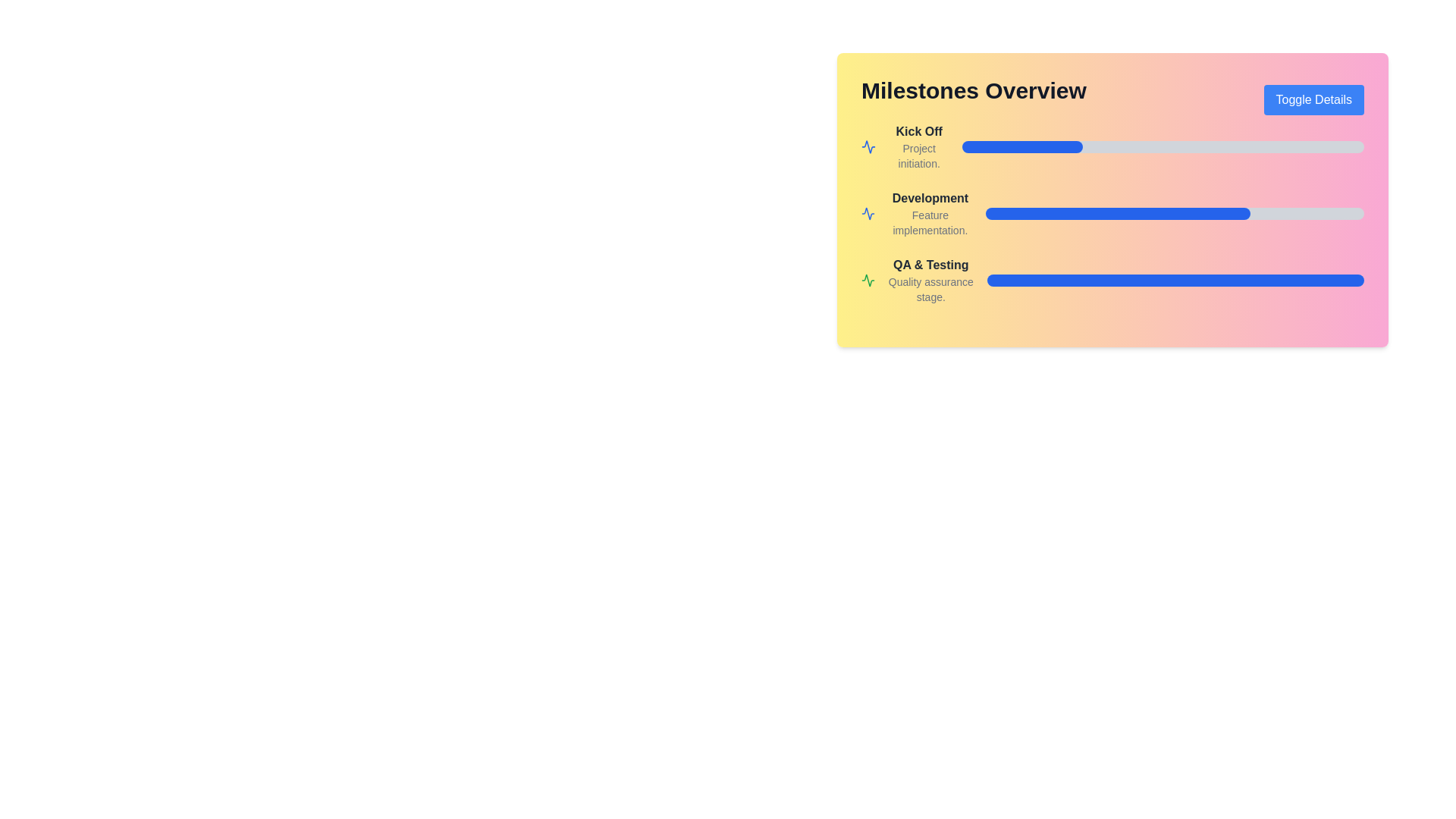  Describe the element at coordinates (1112, 281) in the screenshot. I see `the progress bar of the 'QA & Testing' milestone component, which is the third milestone in the vertical sequence within the 'Milestones Overview' section` at that location.